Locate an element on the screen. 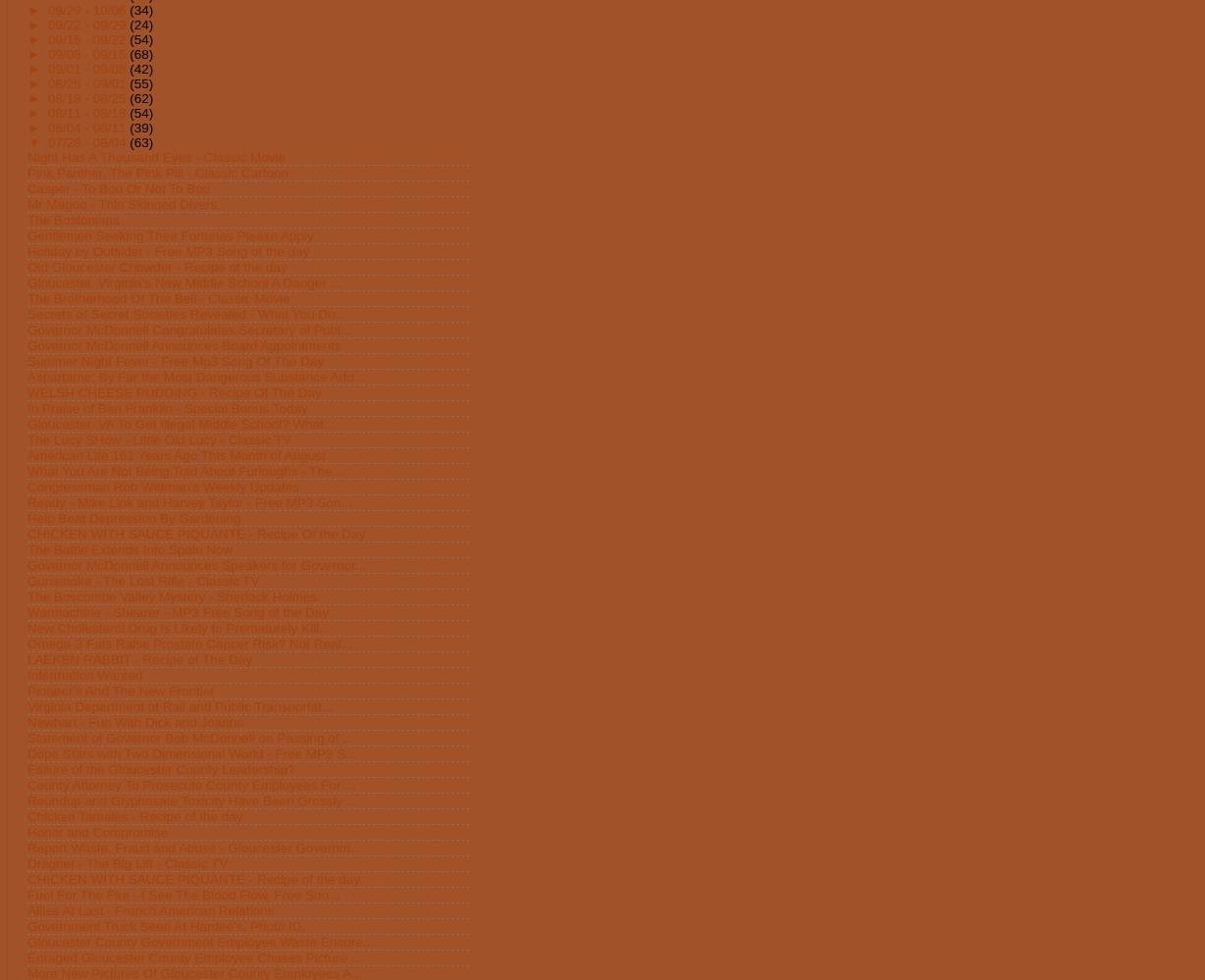 This screenshot has height=980, width=1205. 'Gunsmoke  - The Lost Rifle - Classic TV' is located at coordinates (143, 580).